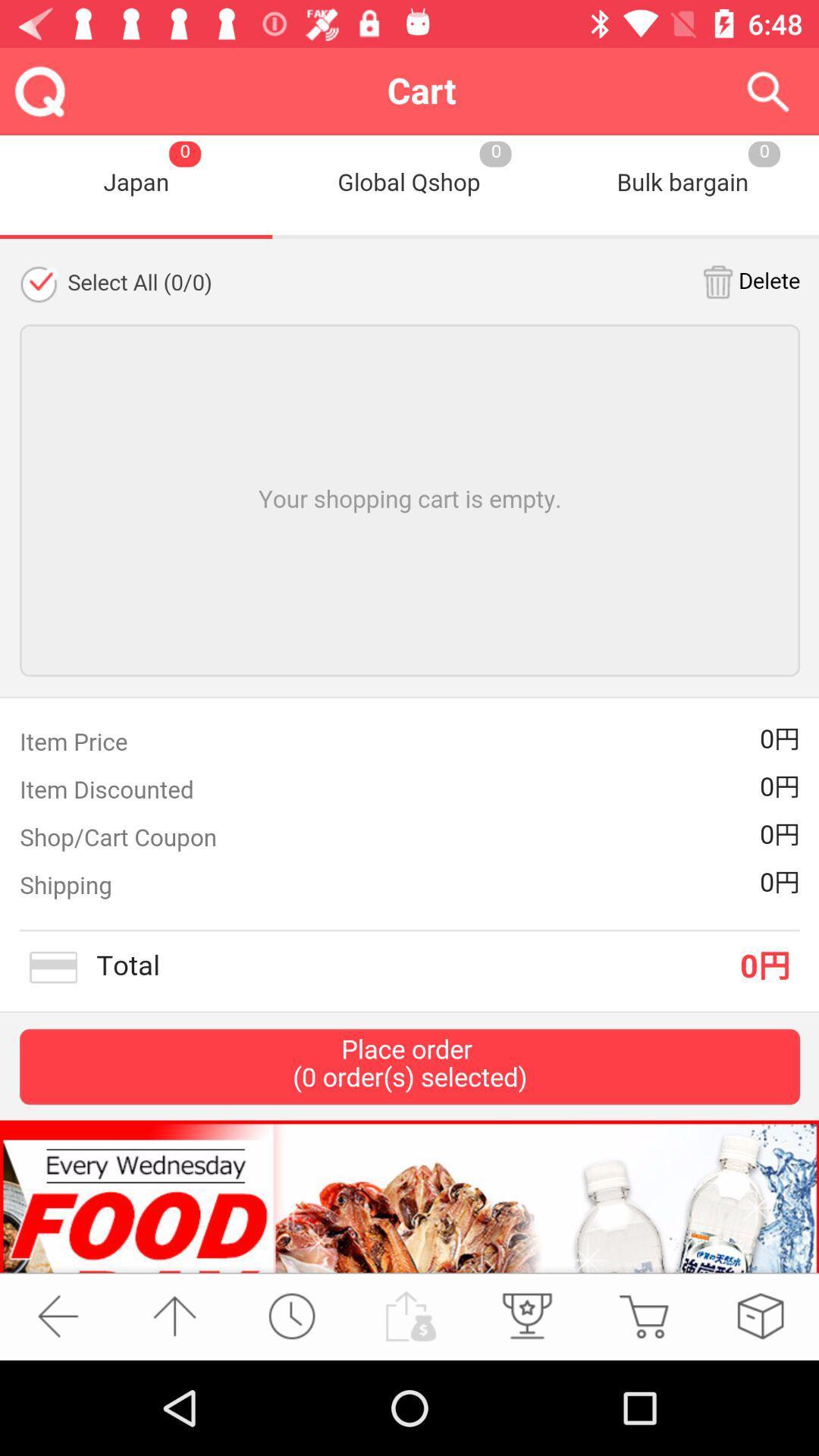 This screenshot has width=819, height=1456. I want to click on shopping cart, so click(409, 703).